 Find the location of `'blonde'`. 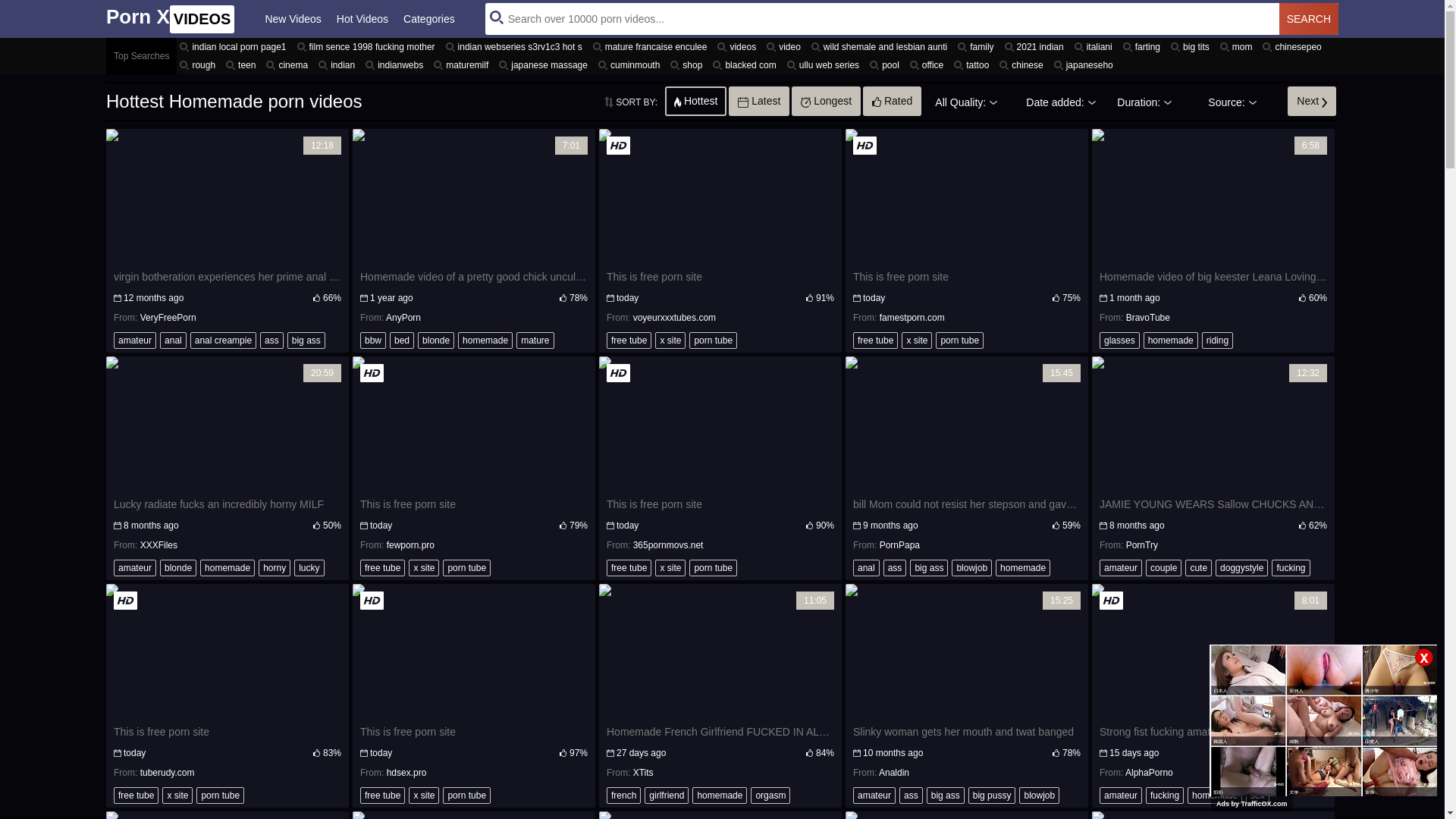

'blonde' is located at coordinates (435, 339).